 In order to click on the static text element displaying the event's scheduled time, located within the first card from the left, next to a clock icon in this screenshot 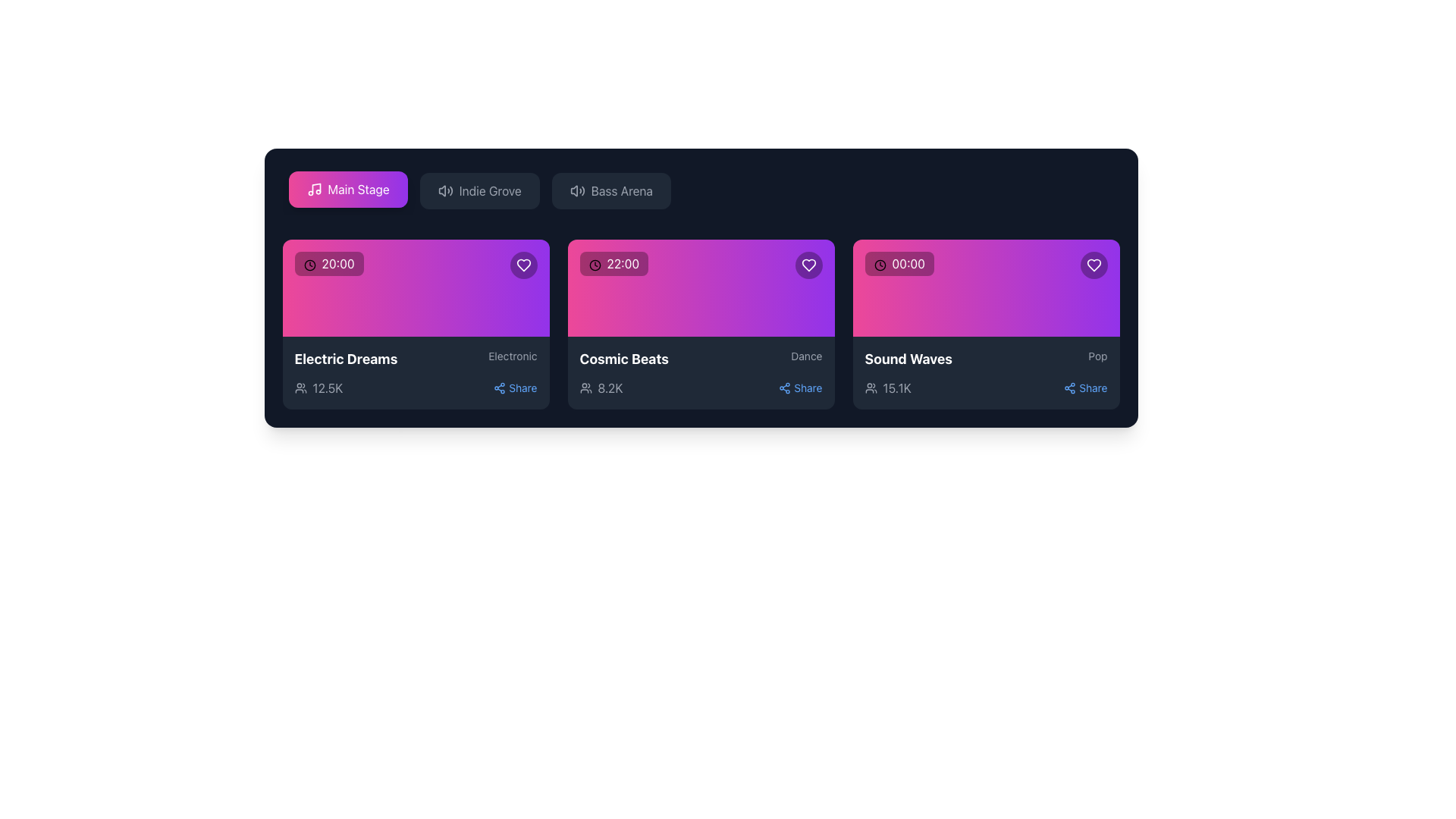, I will do `click(337, 262)`.